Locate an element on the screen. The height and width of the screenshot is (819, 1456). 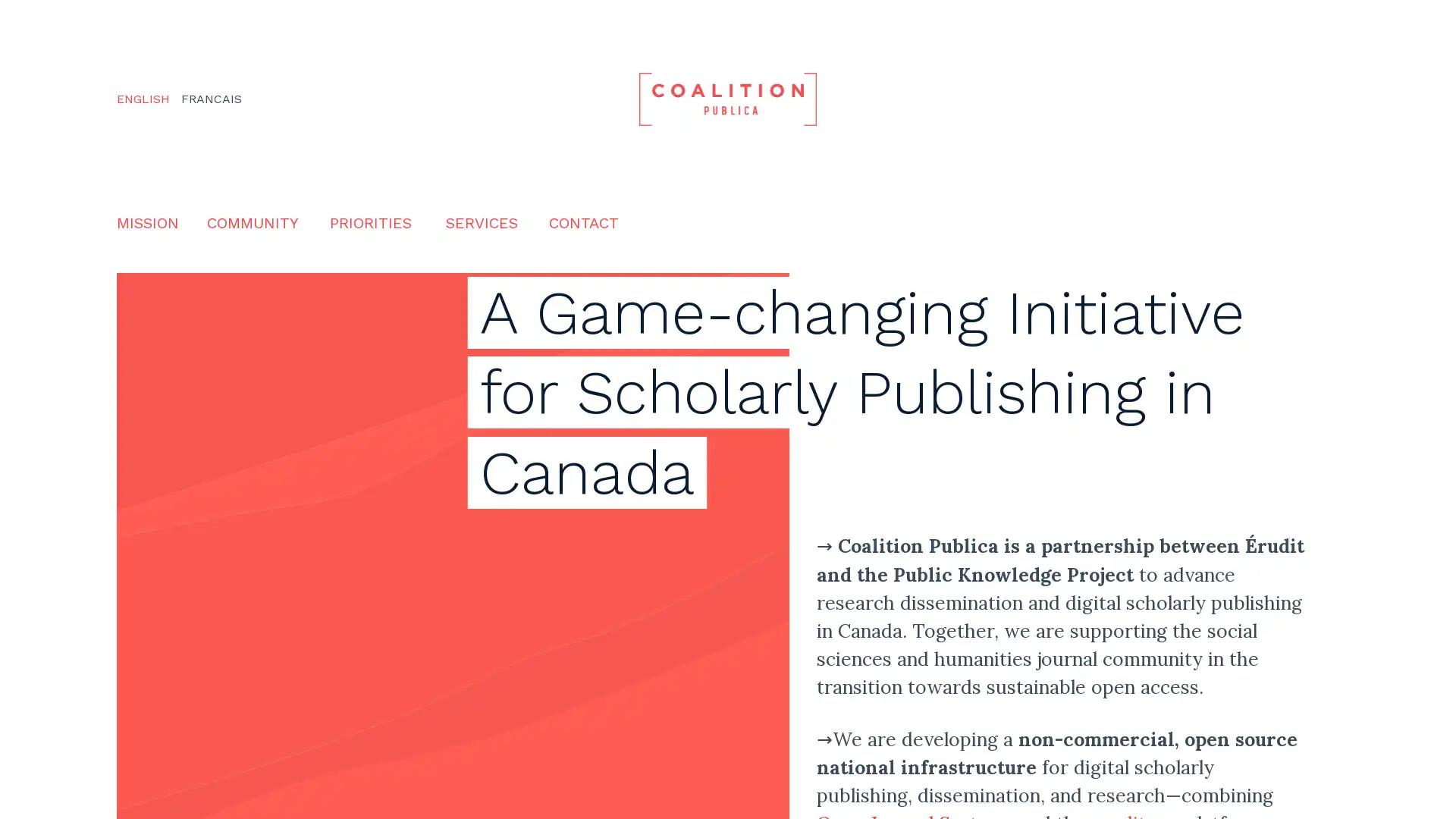
SERVICES is located at coordinates (480, 222).